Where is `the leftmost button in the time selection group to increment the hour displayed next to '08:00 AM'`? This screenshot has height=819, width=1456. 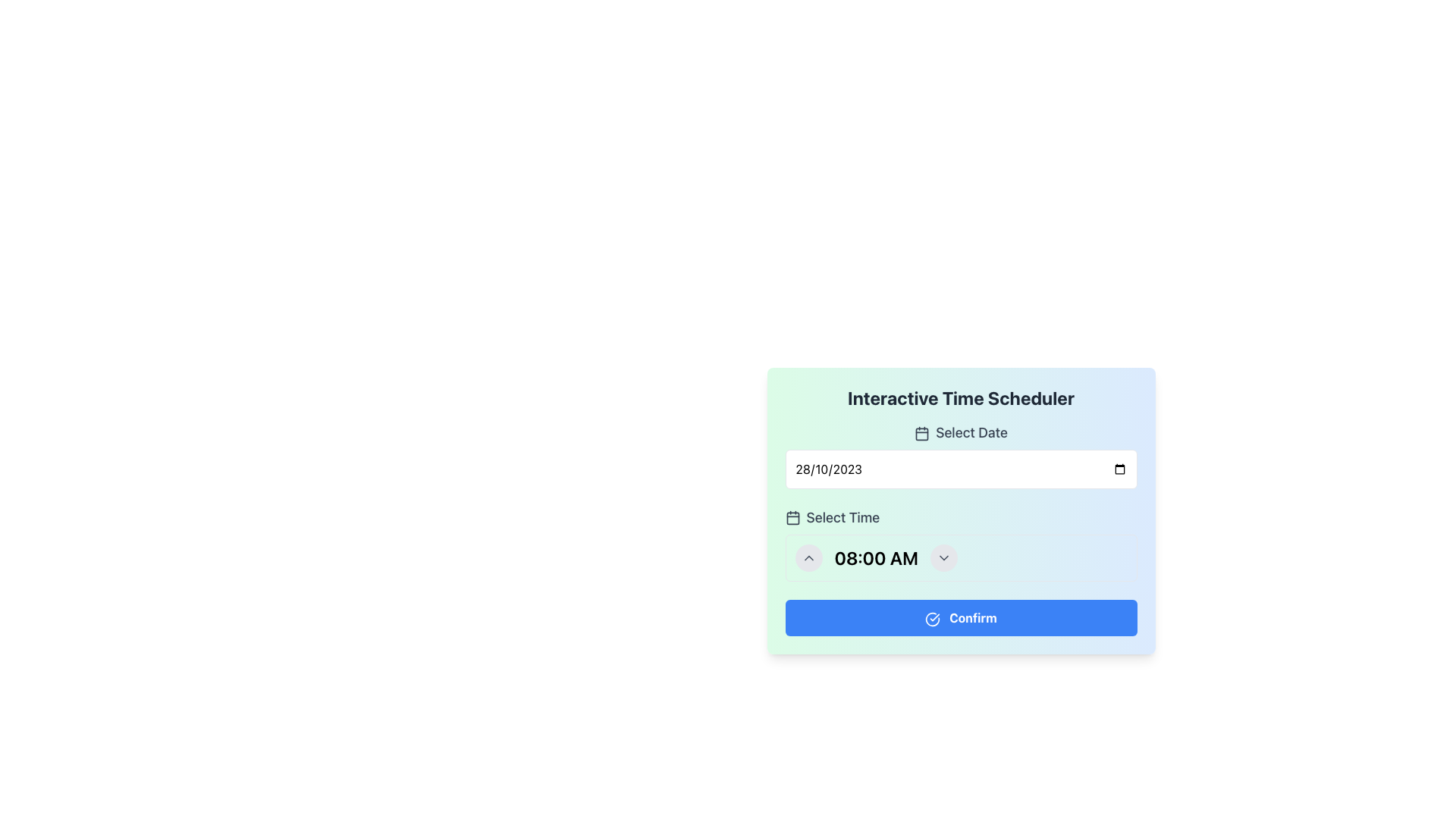
the leftmost button in the time selection group to increment the hour displayed next to '08:00 AM' is located at coordinates (808, 558).